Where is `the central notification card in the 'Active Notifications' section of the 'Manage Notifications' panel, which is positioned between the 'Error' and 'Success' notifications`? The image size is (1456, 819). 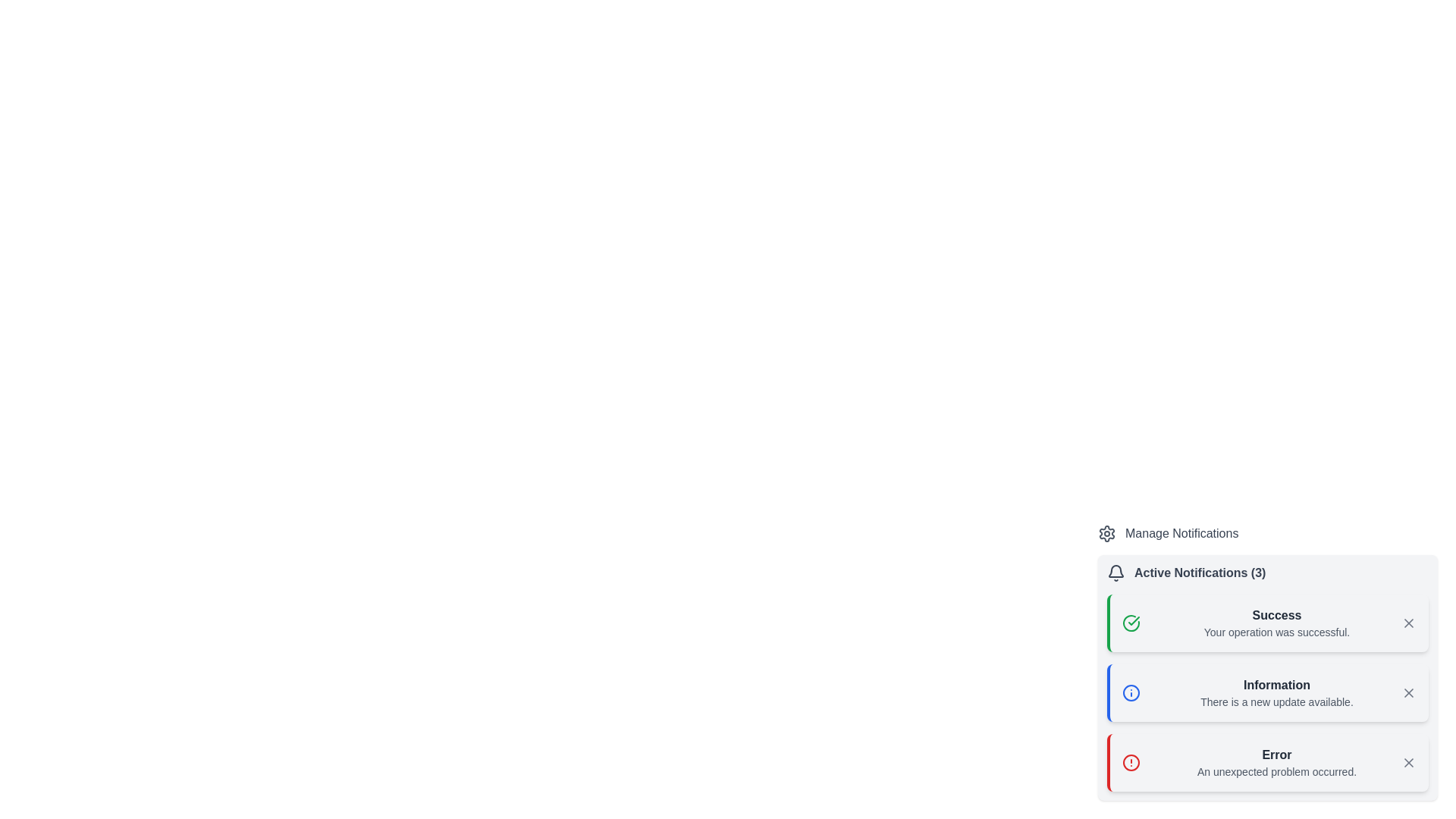
the central notification card in the 'Active Notifications' section of the 'Manage Notifications' panel, which is positioned between the 'Error' and 'Success' notifications is located at coordinates (1267, 662).